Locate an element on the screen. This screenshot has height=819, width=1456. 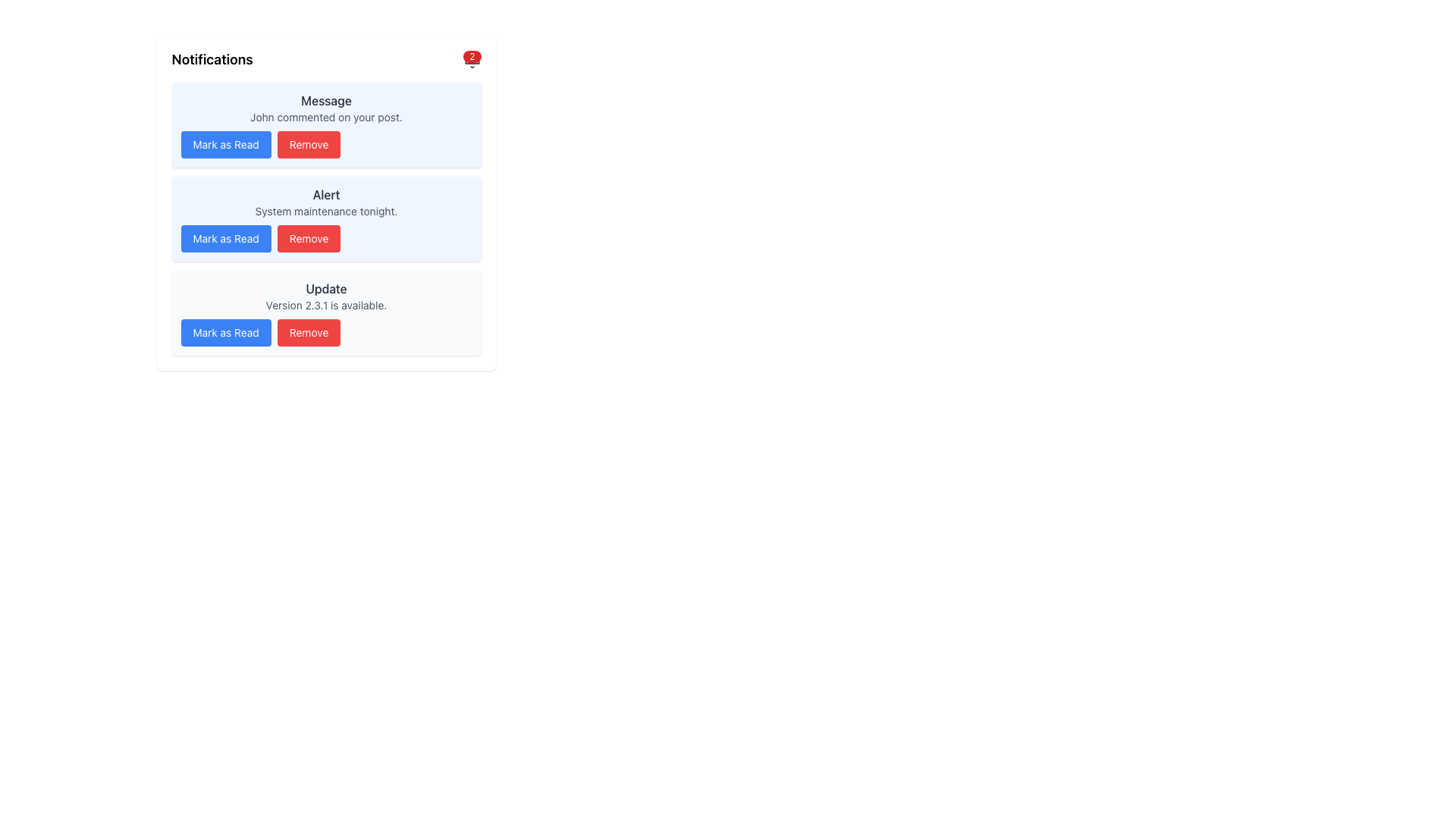
the red 'Remove' button with white text to observe the color change upon hover is located at coordinates (308, 239).